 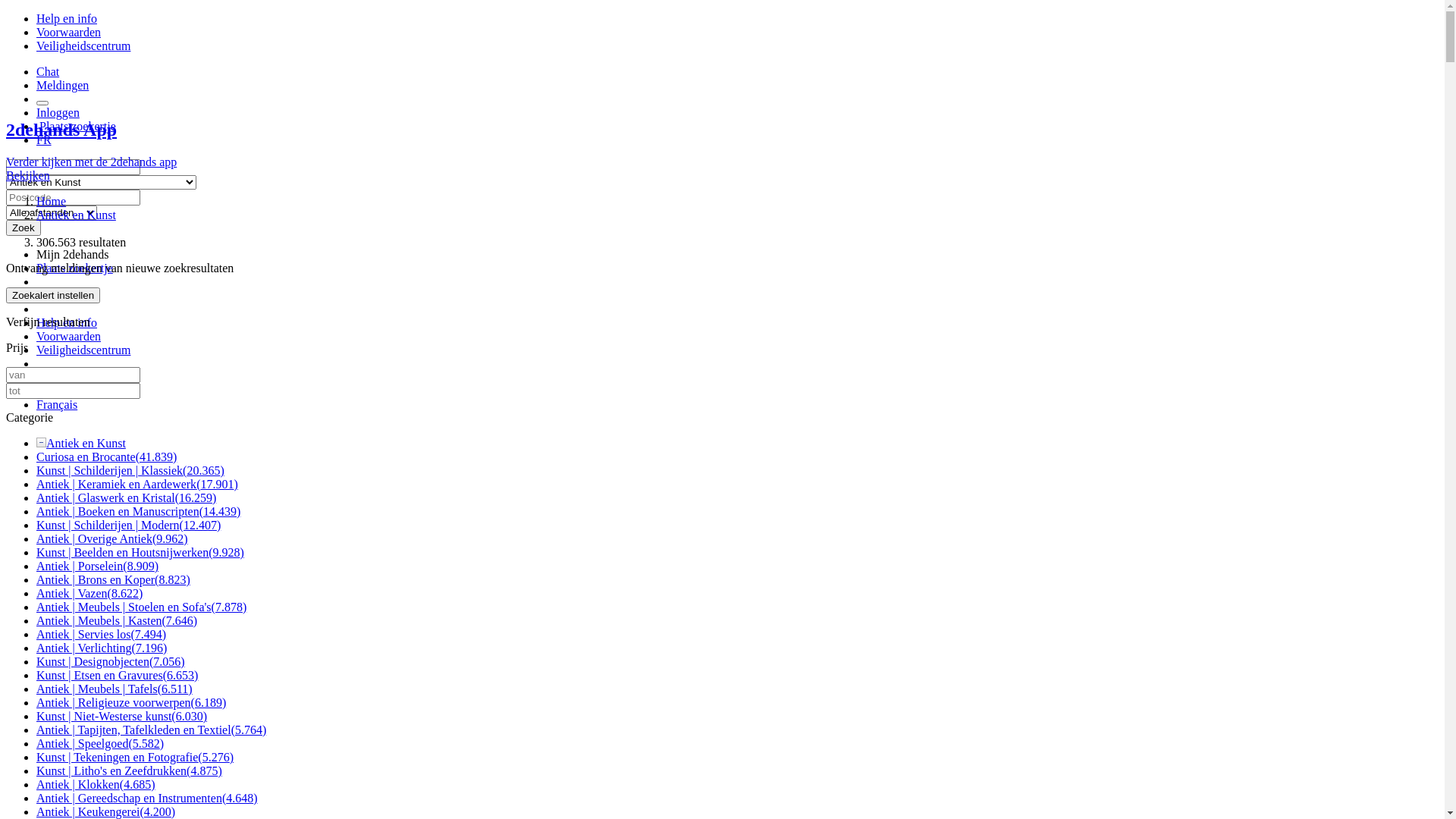 What do you see at coordinates (134, 757) in the screenshot?
I see `'Kunst | Tekeningen en Fotografie(5.276)'` at bounding box center [134, 757].